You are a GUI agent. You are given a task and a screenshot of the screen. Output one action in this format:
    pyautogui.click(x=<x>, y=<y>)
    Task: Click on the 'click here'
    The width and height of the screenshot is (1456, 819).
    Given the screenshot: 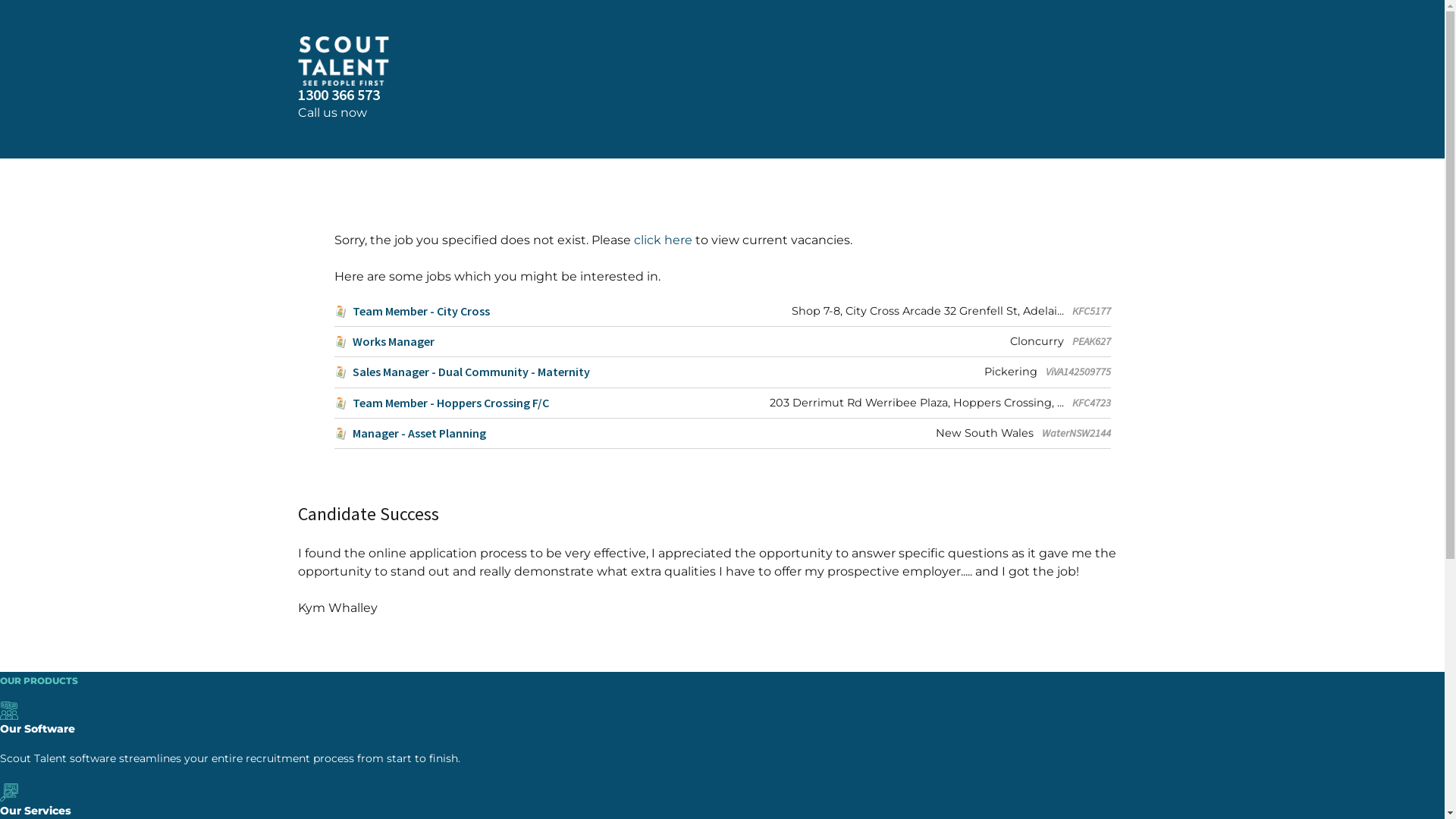 What is the action you would take?
    pyautogui.click(x=663, y=239)
    